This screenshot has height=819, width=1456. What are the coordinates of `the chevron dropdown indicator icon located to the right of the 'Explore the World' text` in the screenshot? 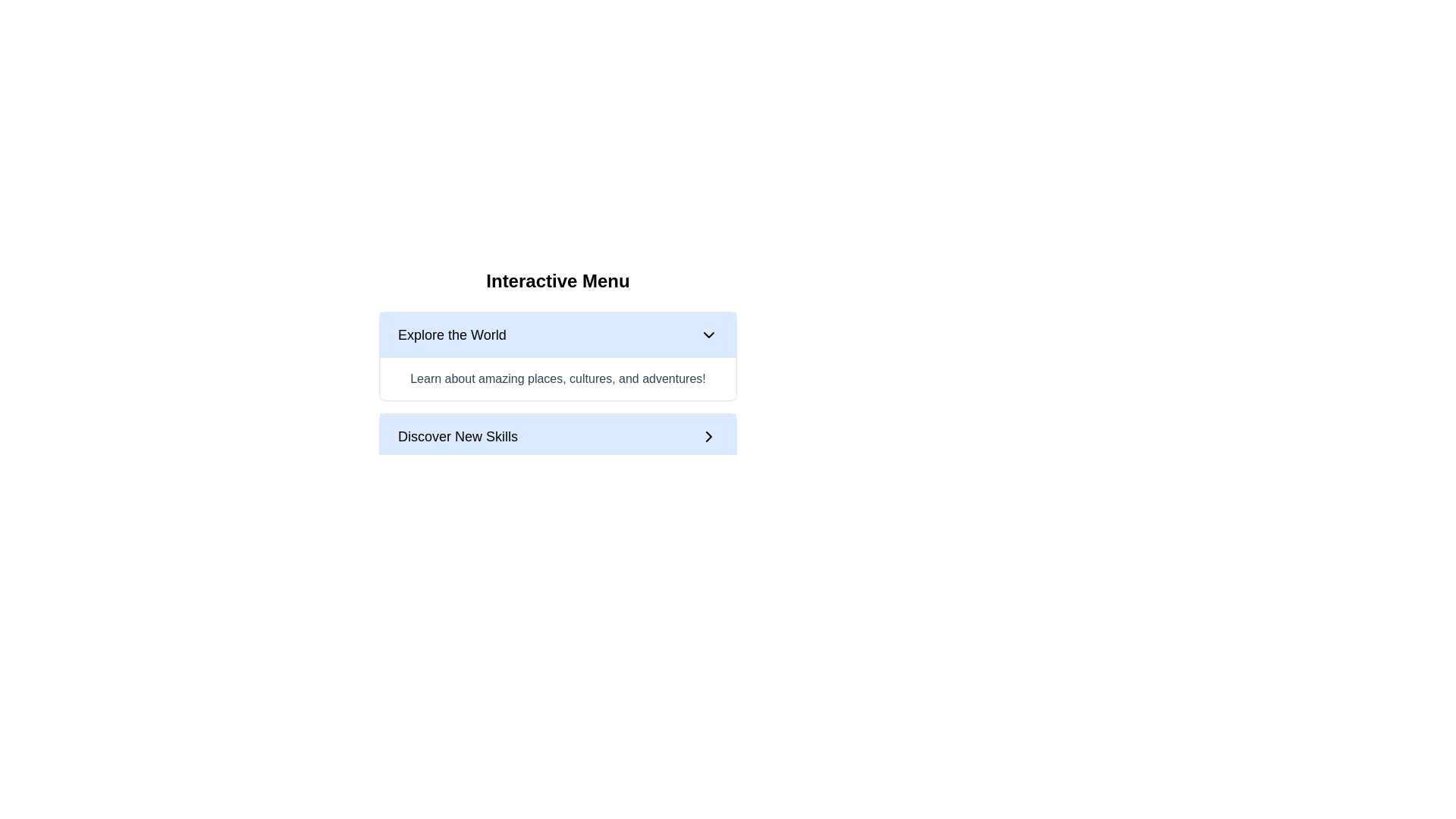 It's located at (708, 334).